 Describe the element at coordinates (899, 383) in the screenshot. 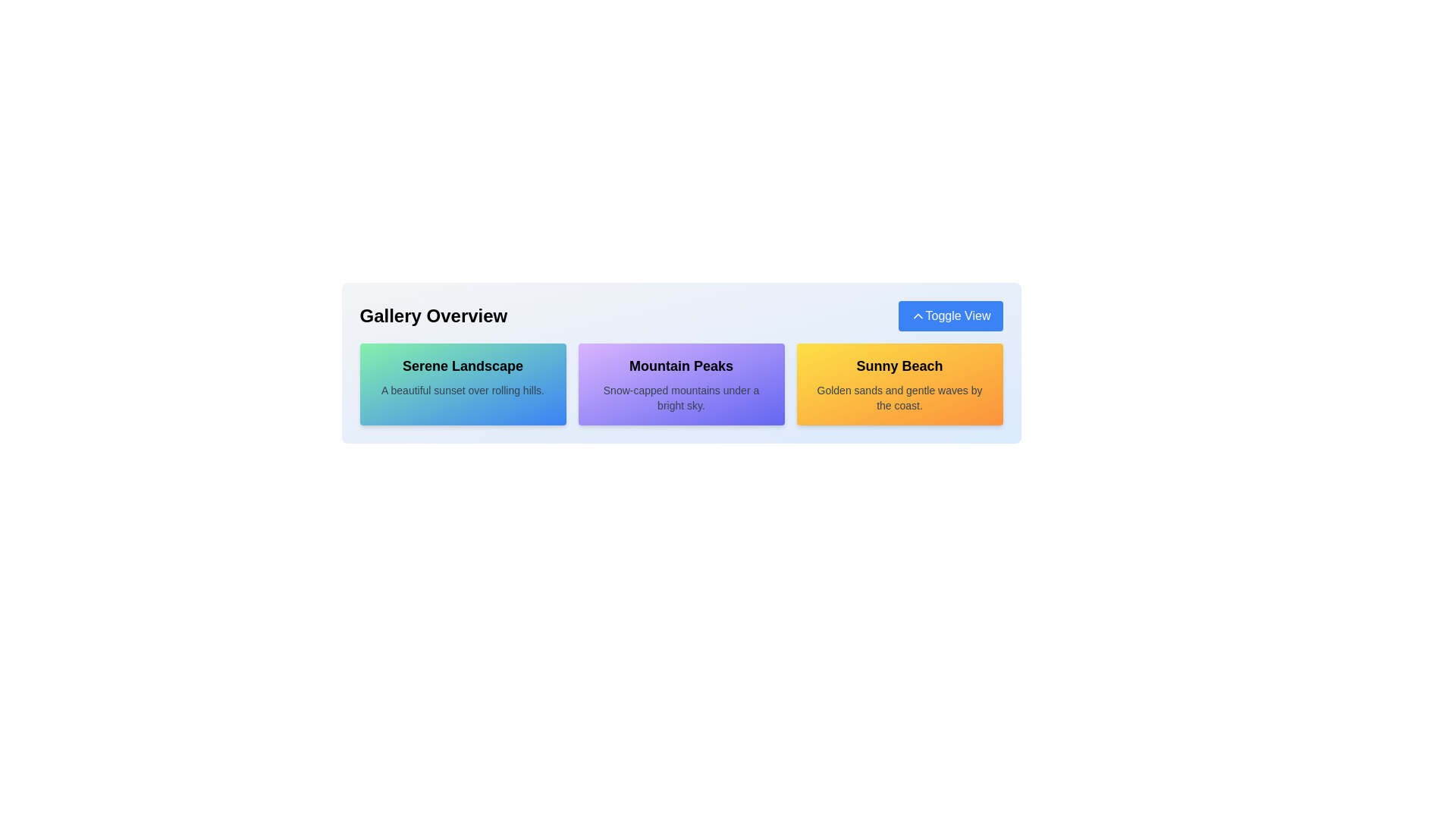

I see `the informational card located in the bottom-right corner of the grid layout, which is the third card and is positioned to the right of the 'Mountain Peaks' card` at that location.